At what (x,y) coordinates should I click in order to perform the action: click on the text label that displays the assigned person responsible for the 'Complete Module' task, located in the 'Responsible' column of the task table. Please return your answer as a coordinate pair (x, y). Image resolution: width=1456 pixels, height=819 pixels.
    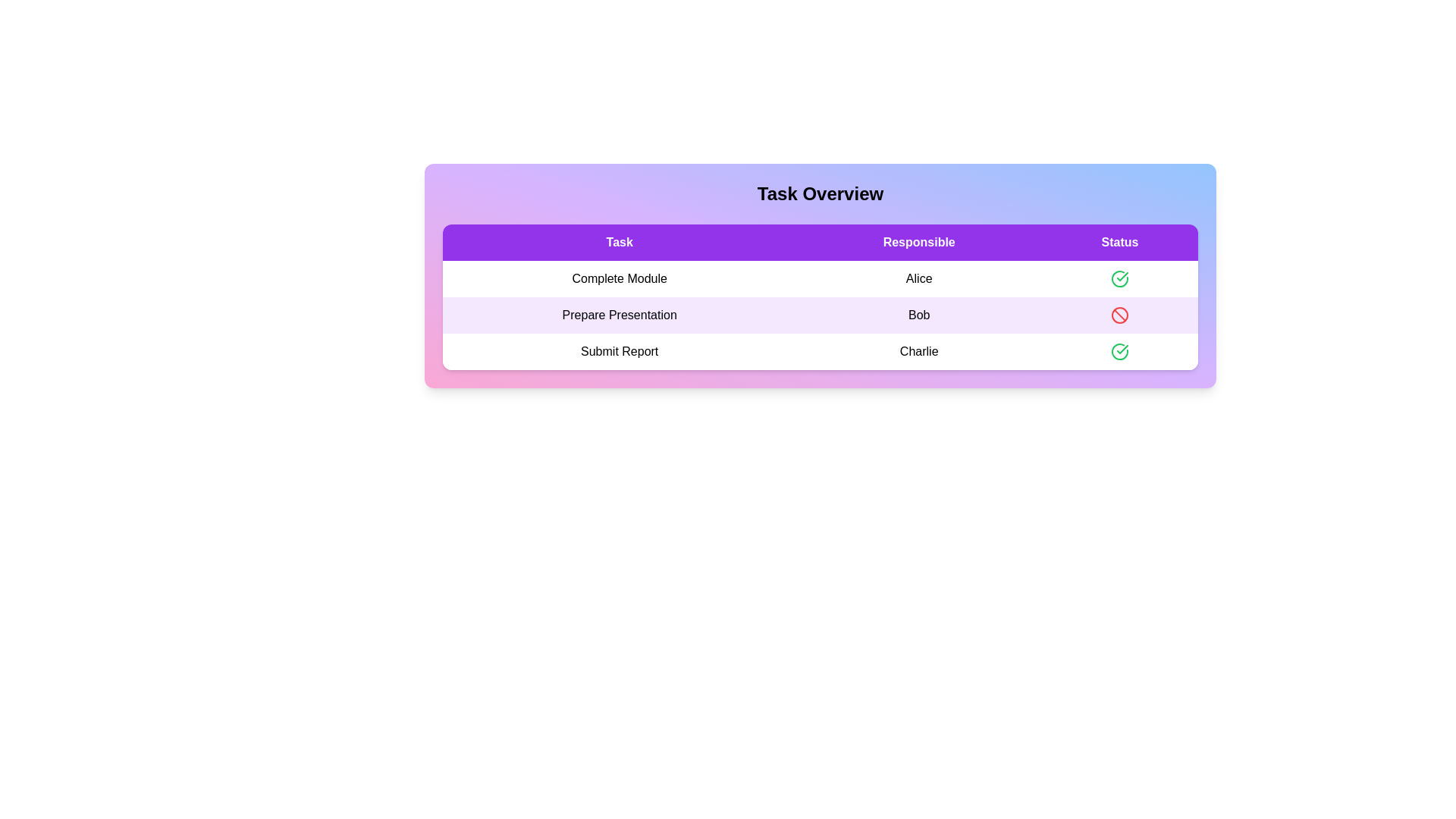
    Looking at the image, I should click on (918, 278).